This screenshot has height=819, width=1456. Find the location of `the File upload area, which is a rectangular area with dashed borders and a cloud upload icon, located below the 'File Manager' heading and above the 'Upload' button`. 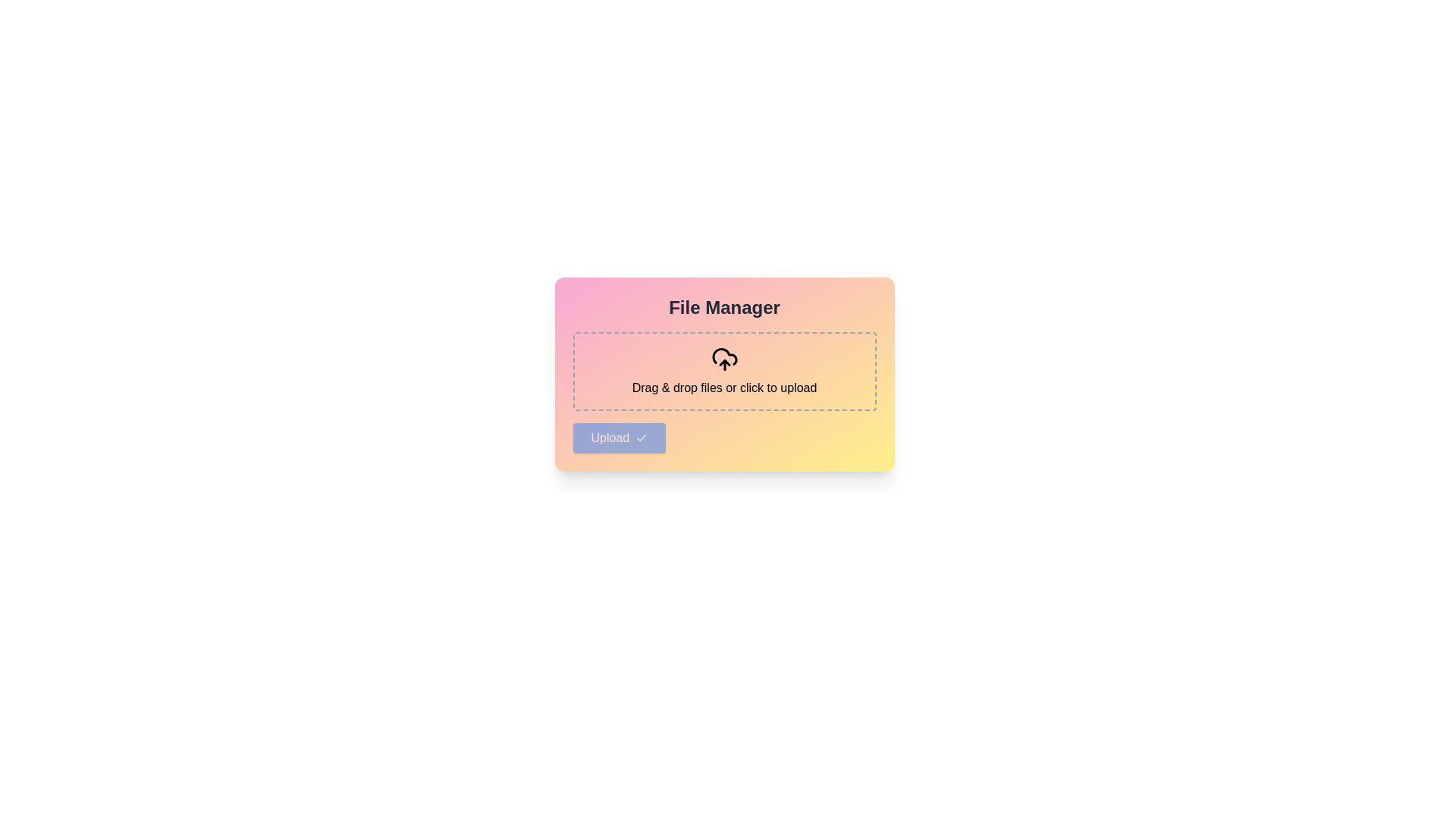

the File upload area, which is a rectangular area with dashed borders and a cloud upload icon, located below the 'File Manager' heading and above the 'Upload' button is located at coordinates (723, 371).